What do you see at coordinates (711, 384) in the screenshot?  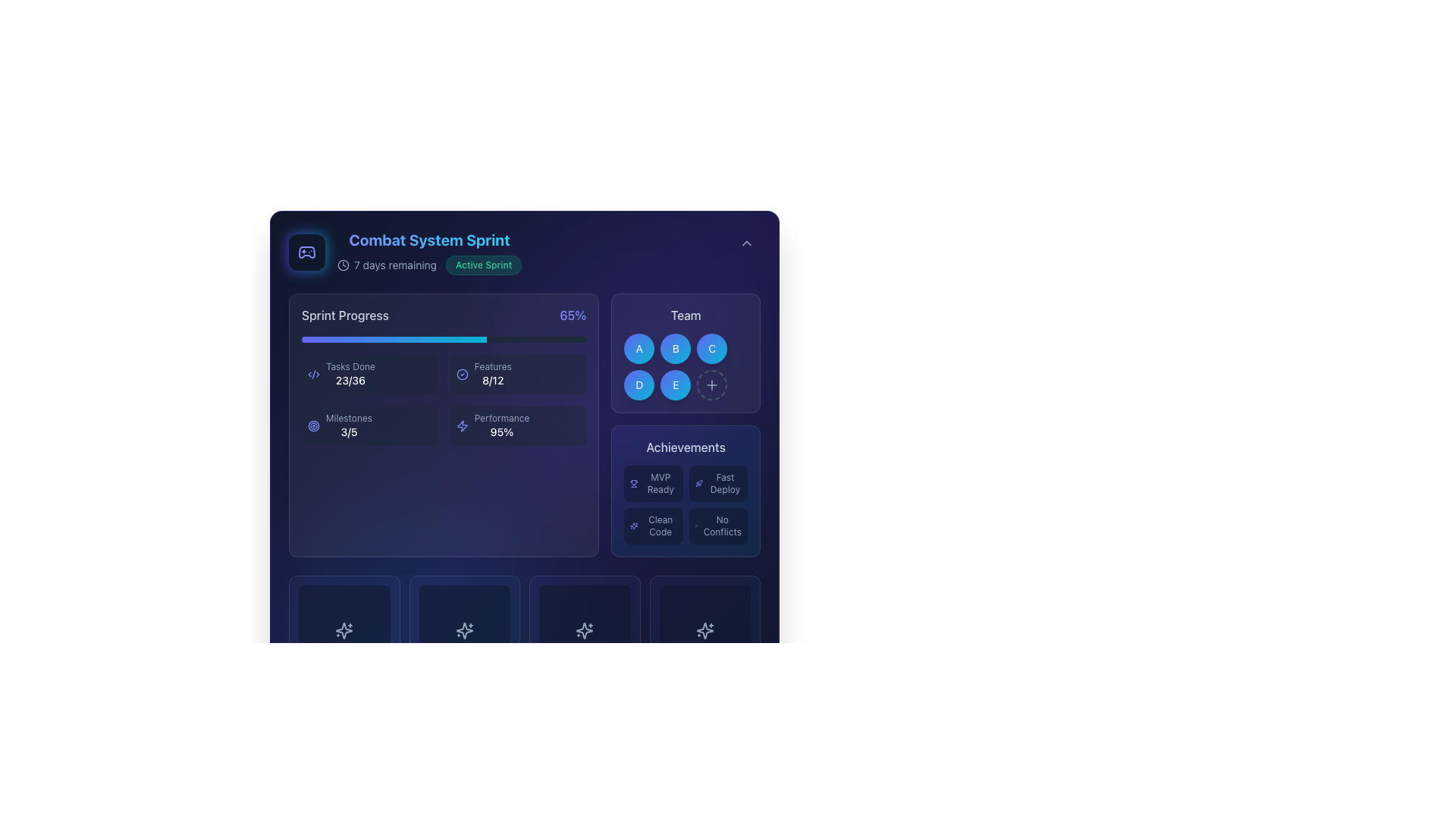 I see `the circular button with a dashed border that adds new members, located at the bottom of the 'Team' section grid` at bounding box center [711, 384].